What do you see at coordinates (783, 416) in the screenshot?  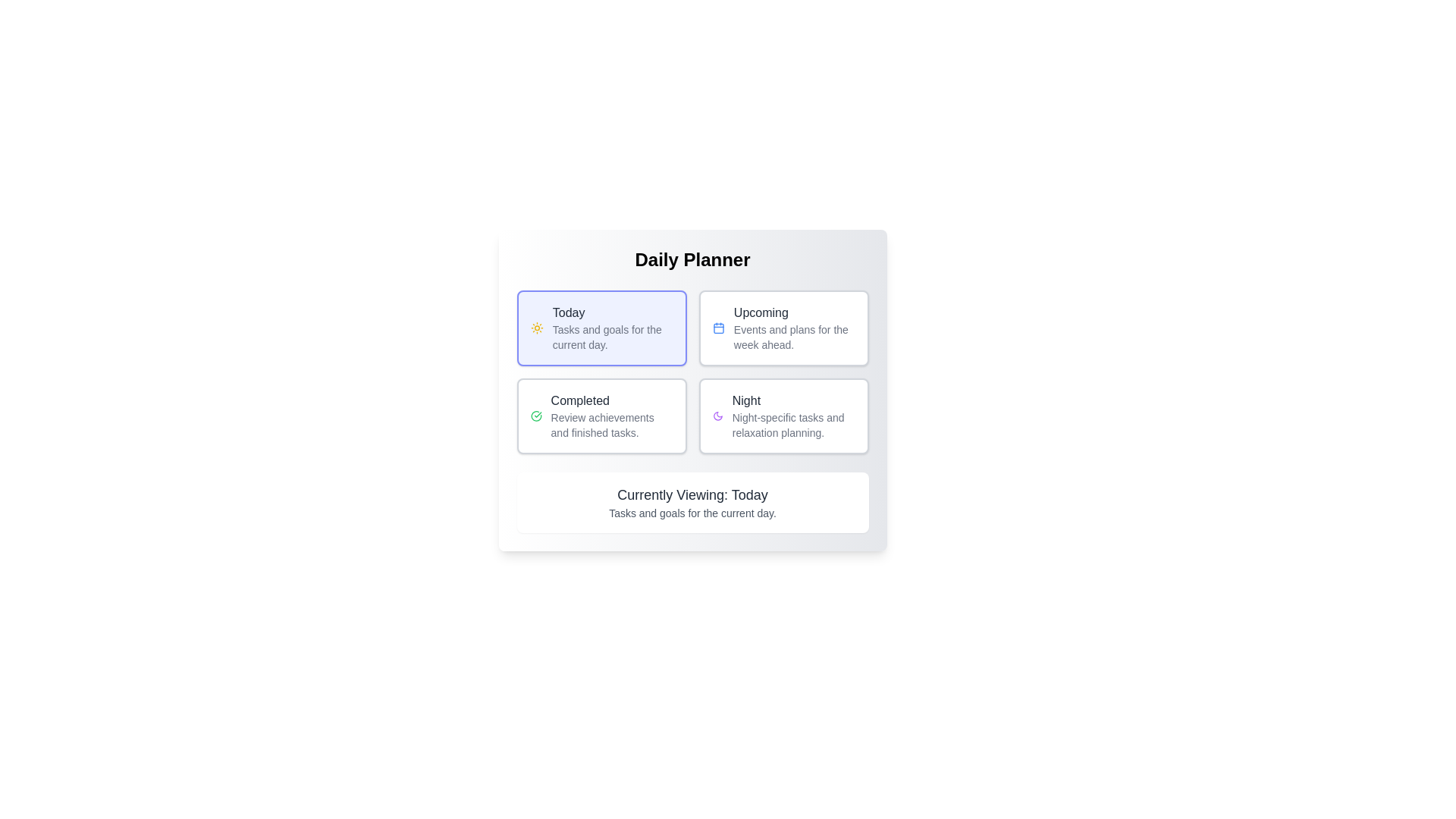 I see `the 'Night' button with a purple moon icon, located at the bottom-right of the grid for accessibility` at bounding box center [783, 416].